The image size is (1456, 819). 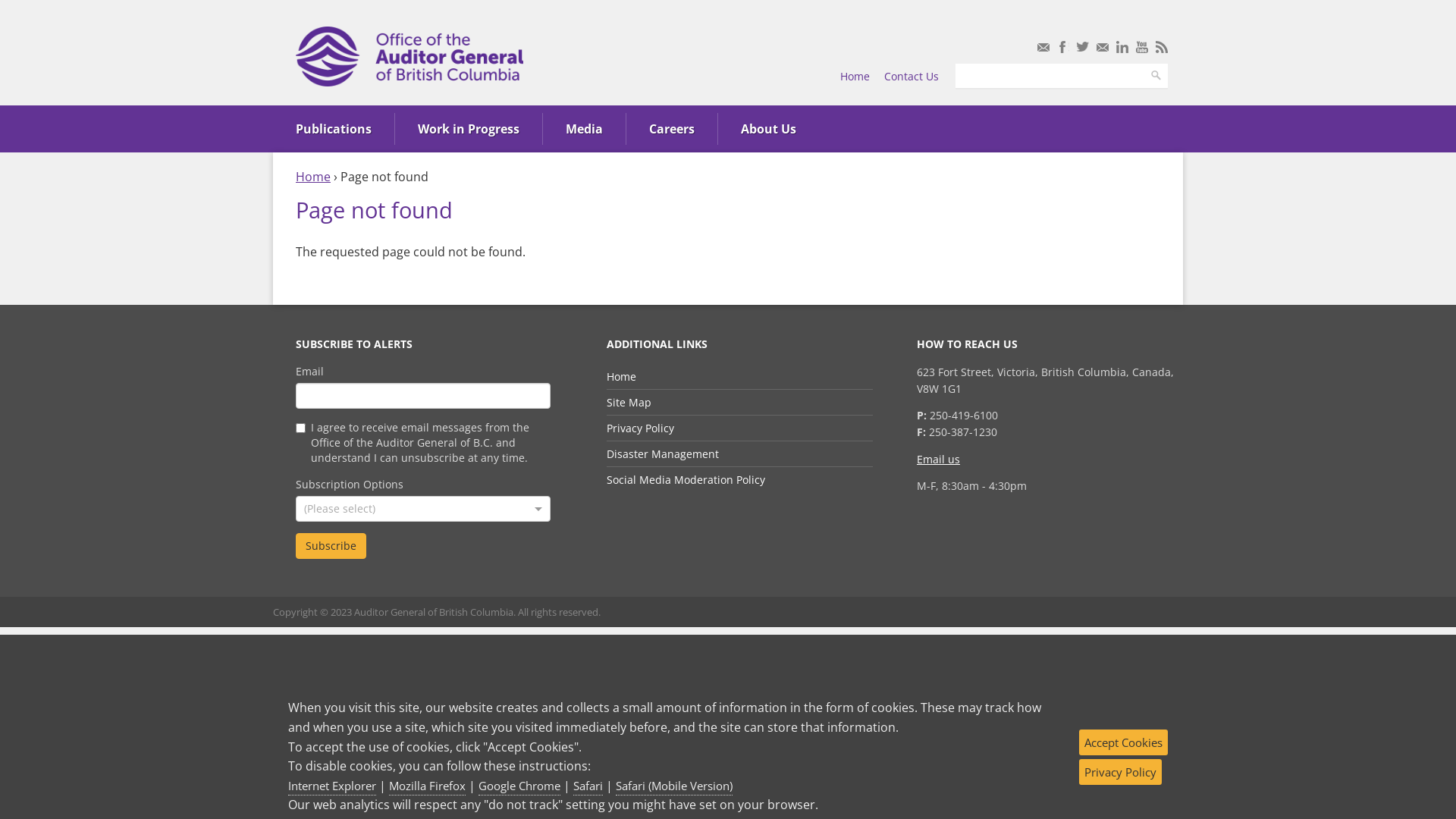 I want to click on 'Subscribe', so click(x=330, y=546).